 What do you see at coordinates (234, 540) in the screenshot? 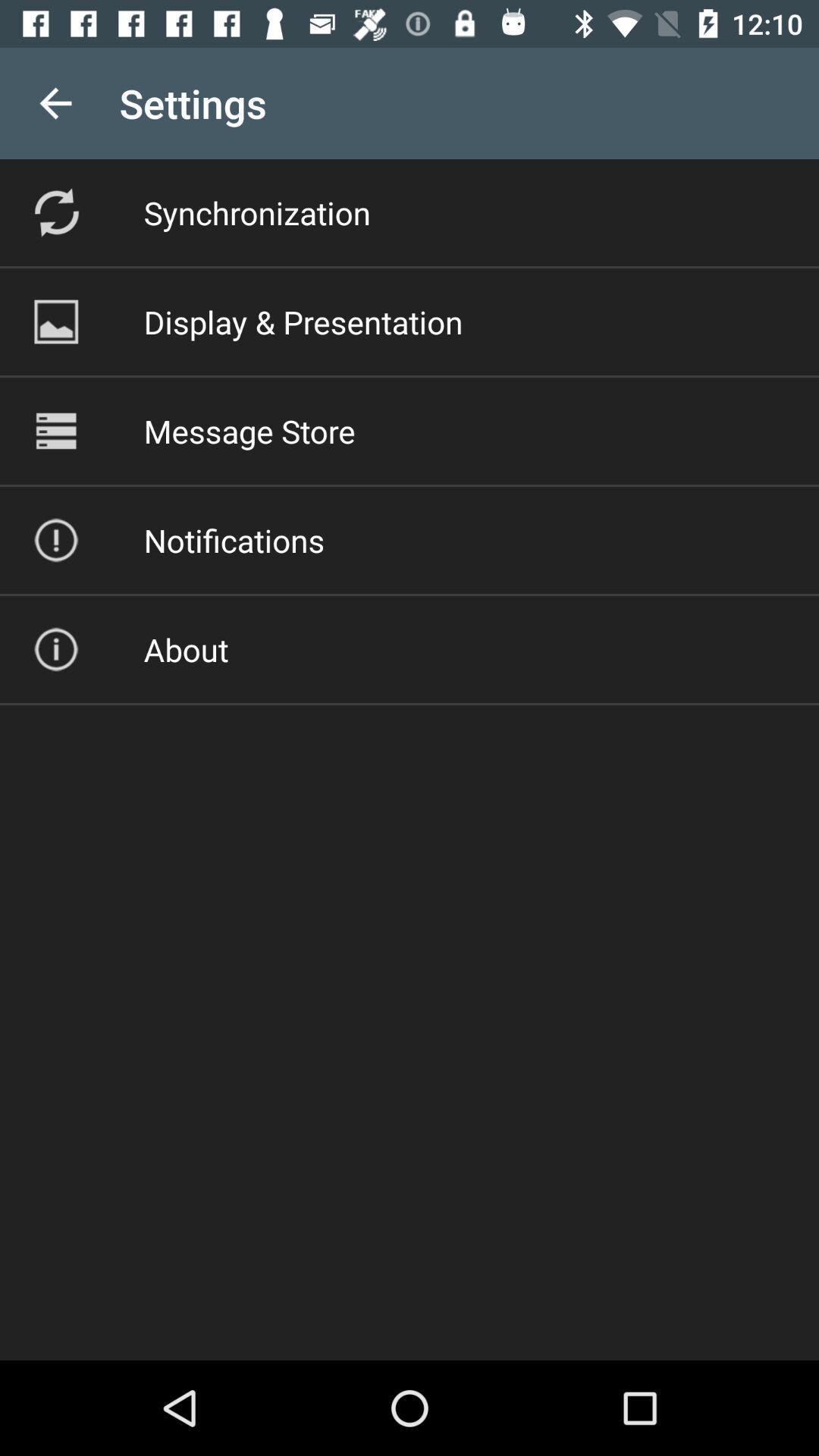
I see `the icon below the message store icon` at bounding box center [234, 540].